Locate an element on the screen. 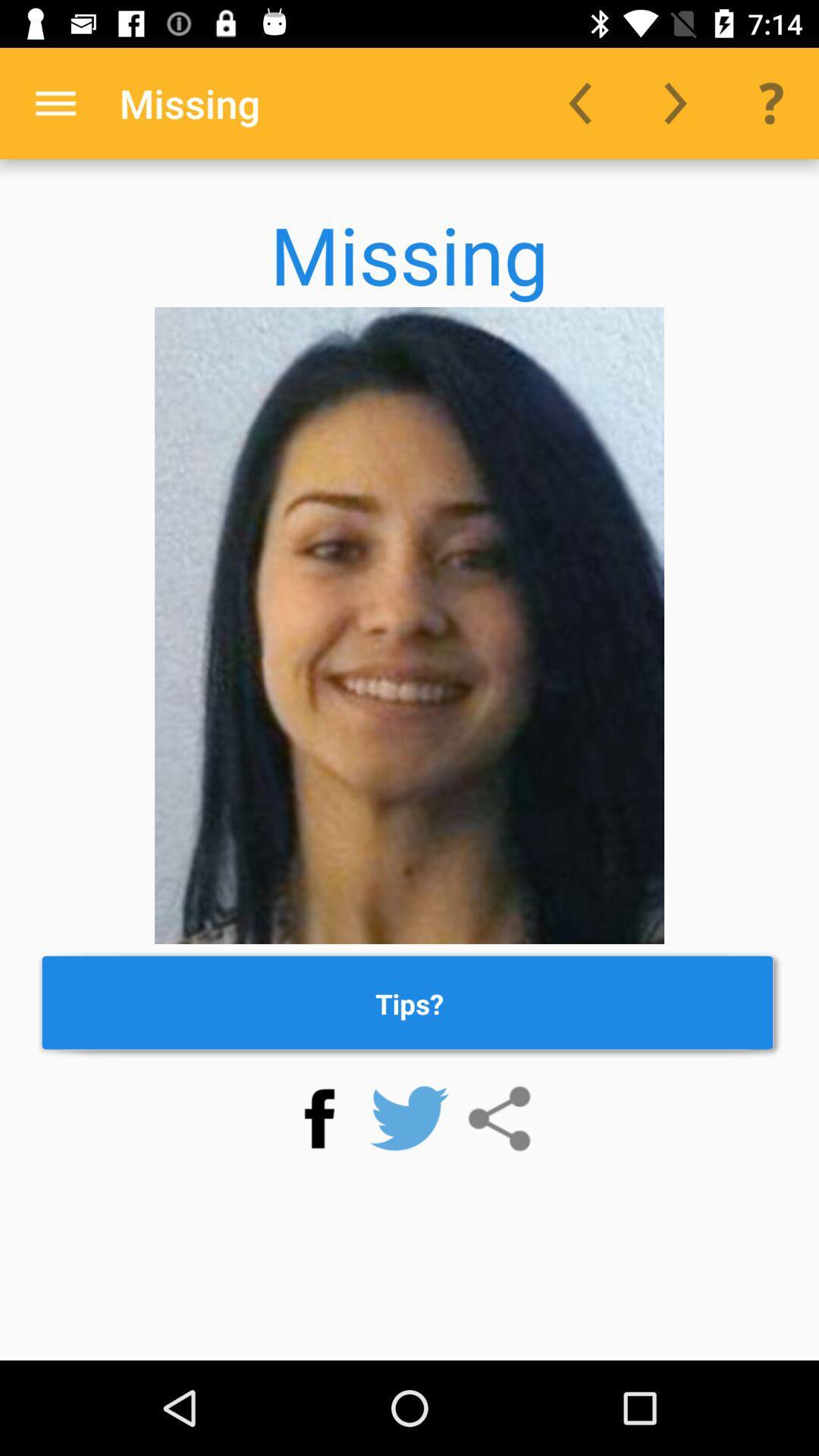 This screenshot has height=1456, width=819. the share icon is located at coordinates (499, 1119).